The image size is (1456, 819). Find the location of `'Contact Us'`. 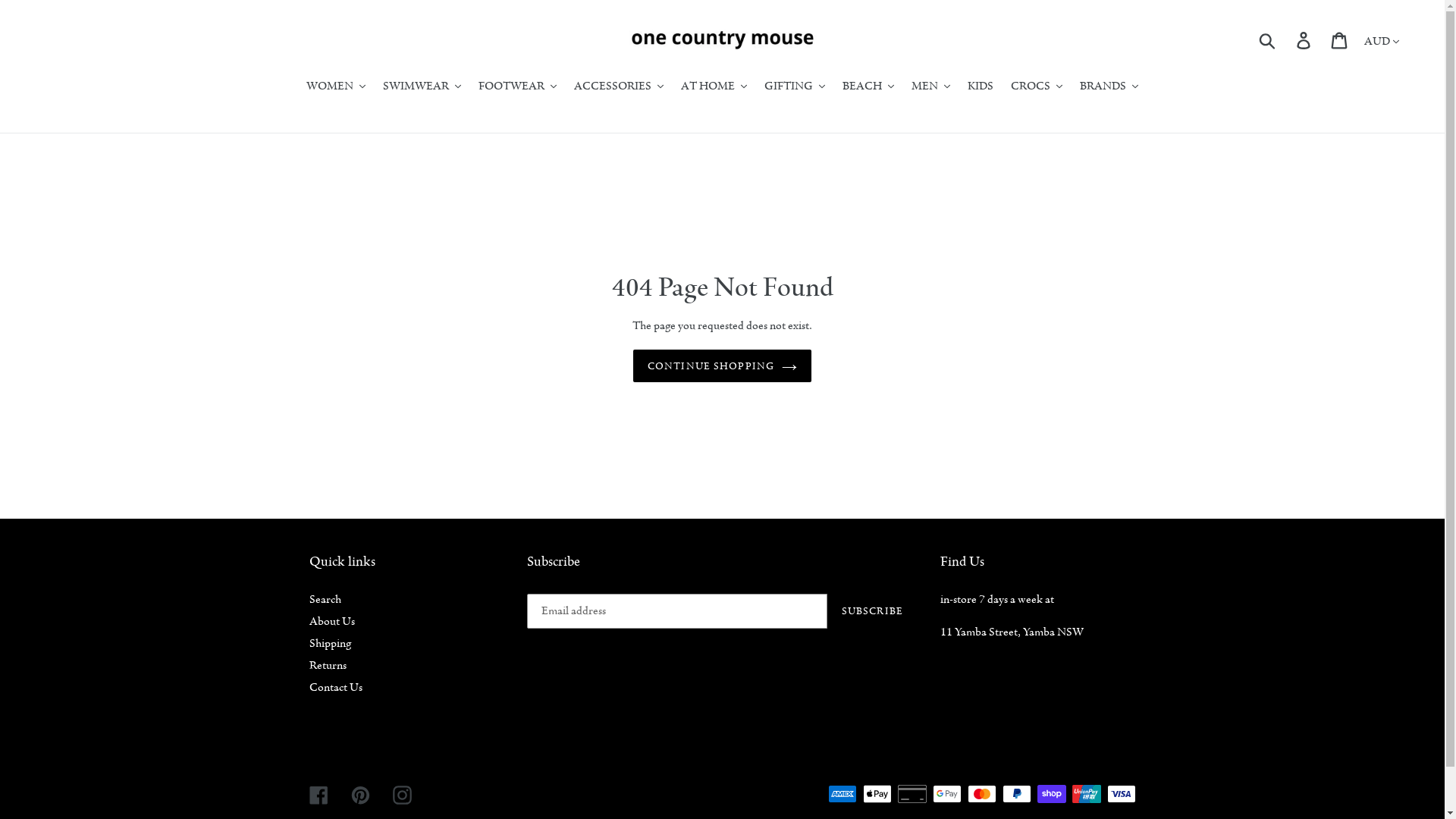

'Contact Us' is located at coordinates (334, 687).